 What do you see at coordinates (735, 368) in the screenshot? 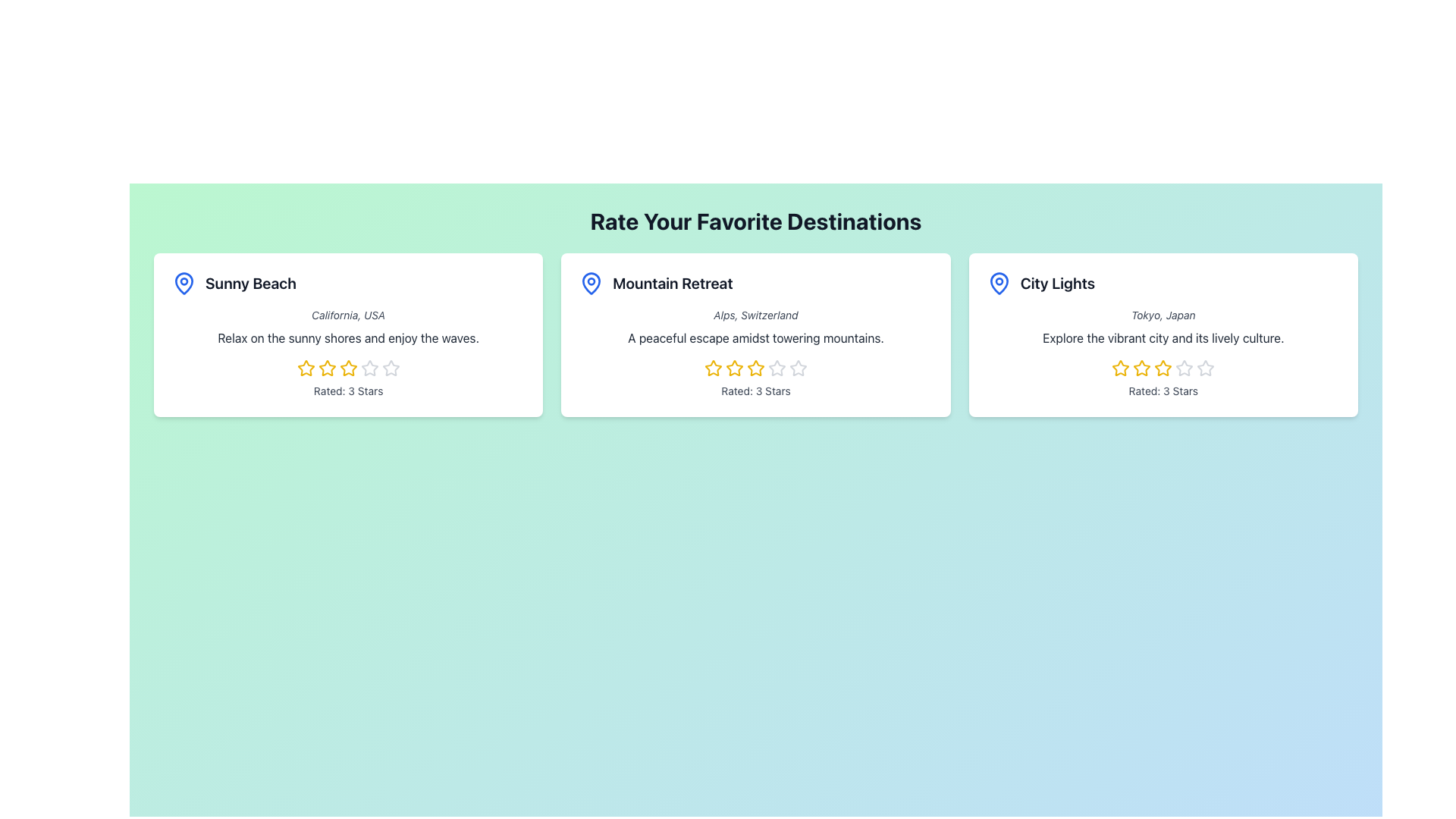
I see `the third outlined star icon with a yellow border and a white fill located under the title 'Mountain Retreat' to rate it` at bounding box center [735, 368].